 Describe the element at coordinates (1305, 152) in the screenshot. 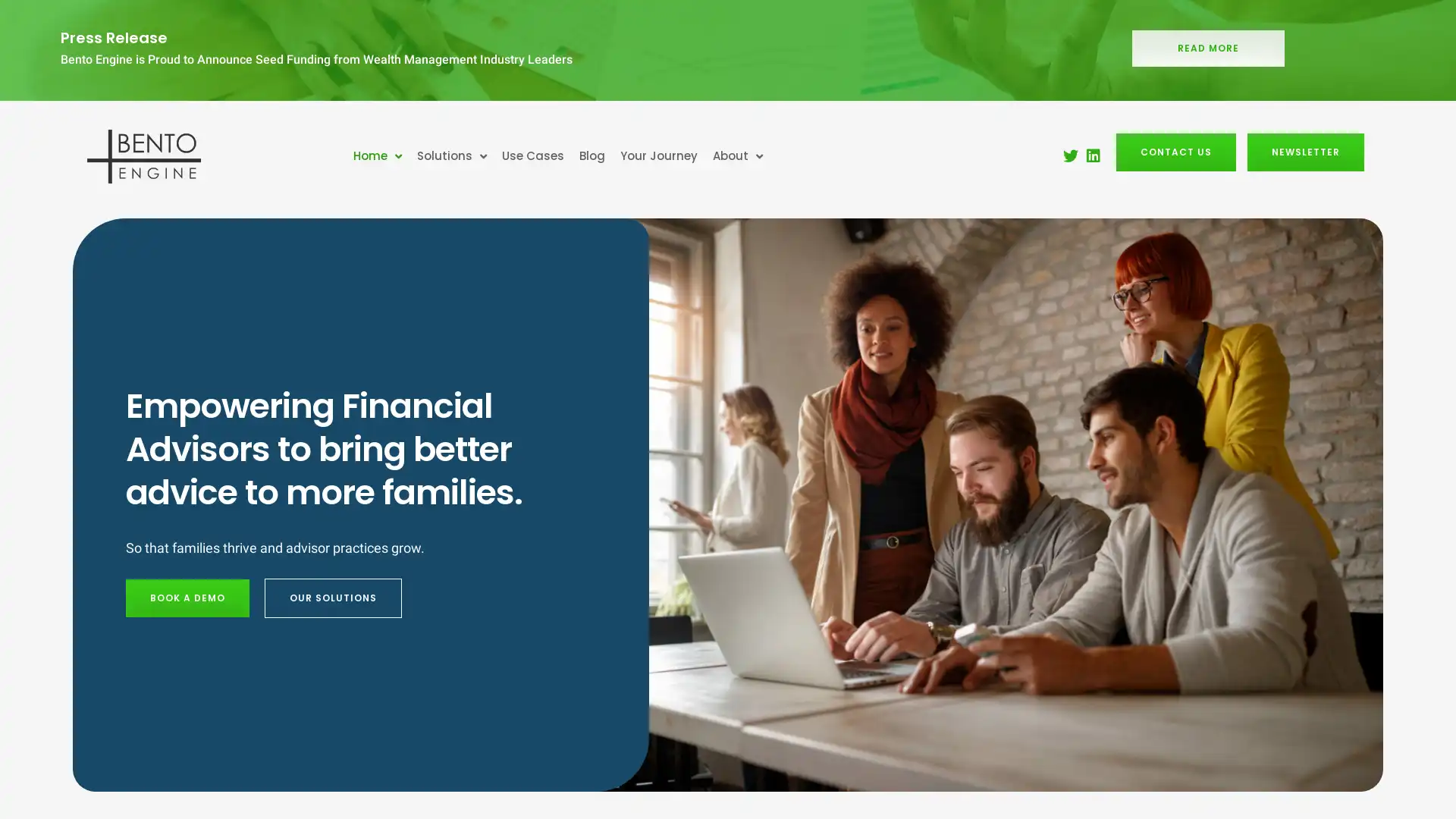

I see `NEWSLETTER` at that location.